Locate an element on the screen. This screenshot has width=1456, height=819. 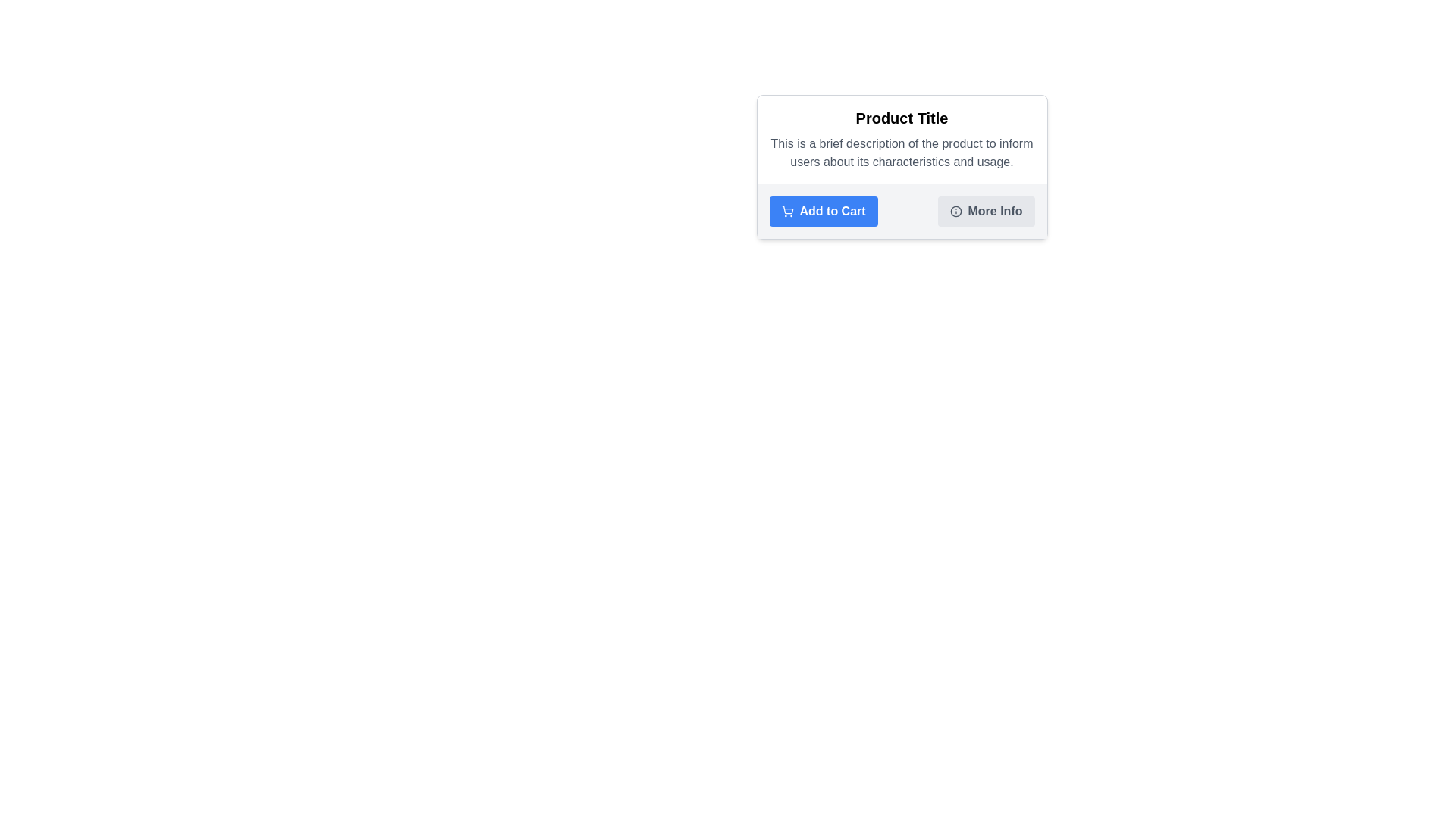
the bold, large-sized text label reading 'Product Title', which is centrally positioned at the top of a content card is located at coordinates (902, 117).